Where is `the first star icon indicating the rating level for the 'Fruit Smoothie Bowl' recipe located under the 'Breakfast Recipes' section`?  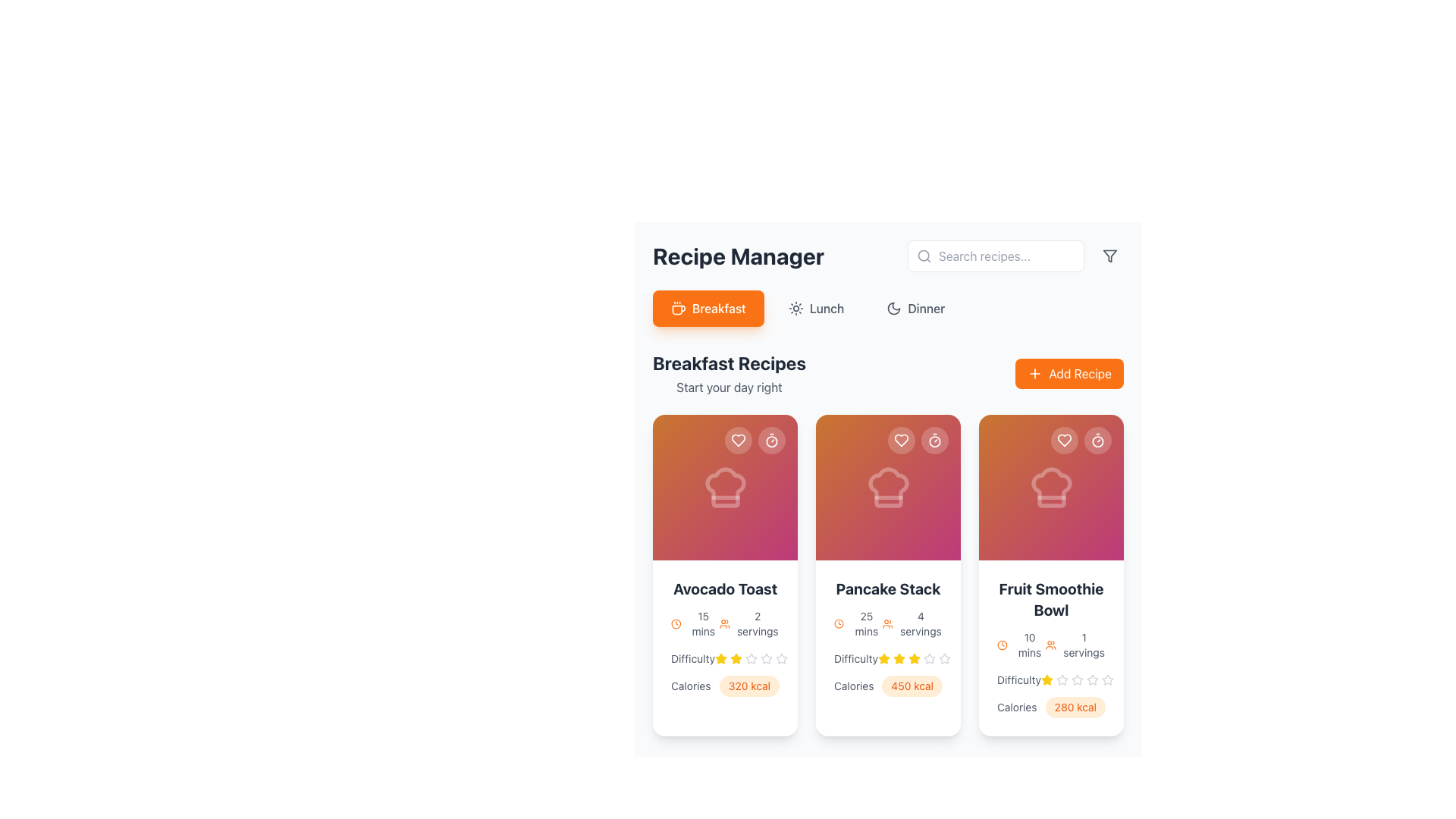
the first star icon indicating the rating level for the 'Fruit Smoothie Bowl' recipe located under the 'Breakfast Recipes' section is located at coordinates (1046, 679).